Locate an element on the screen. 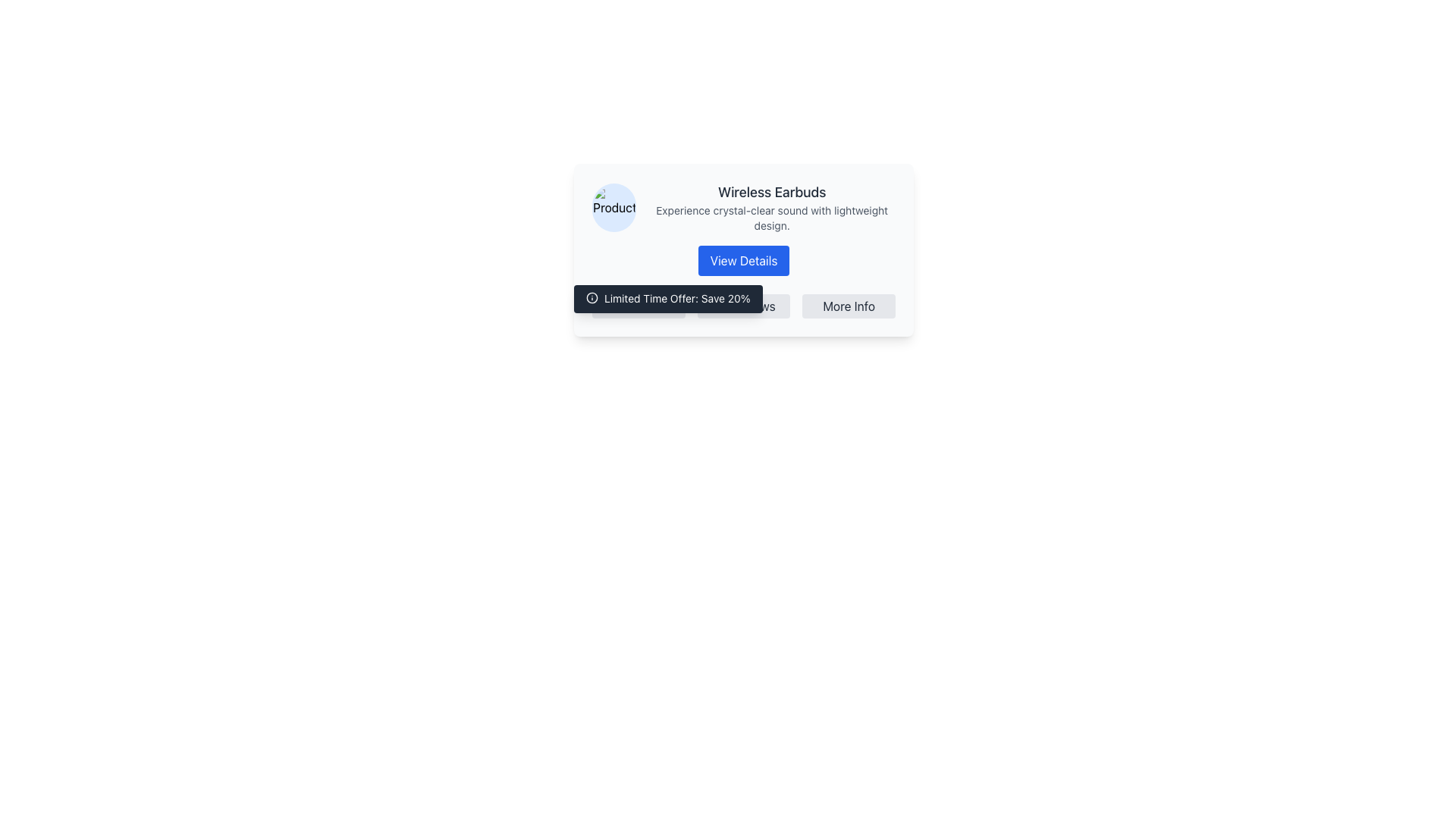  the 'More Info' button, which is a rectangular button with rounded corners, light gray background, and dark gray text, positioned to the far right in a group of three buttons is located at coordinates (848, 306).